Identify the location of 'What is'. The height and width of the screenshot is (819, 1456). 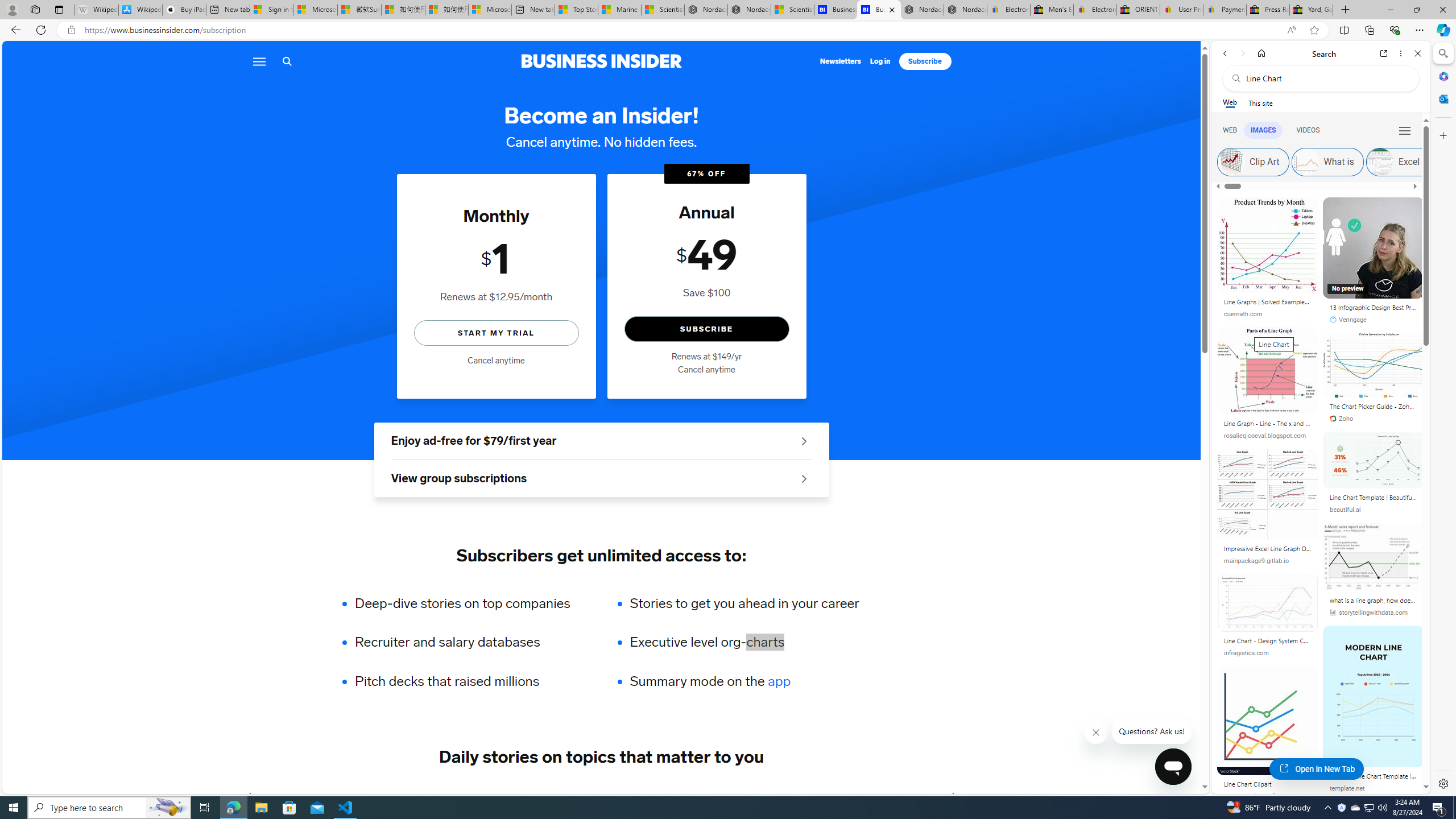
(1327, 162).